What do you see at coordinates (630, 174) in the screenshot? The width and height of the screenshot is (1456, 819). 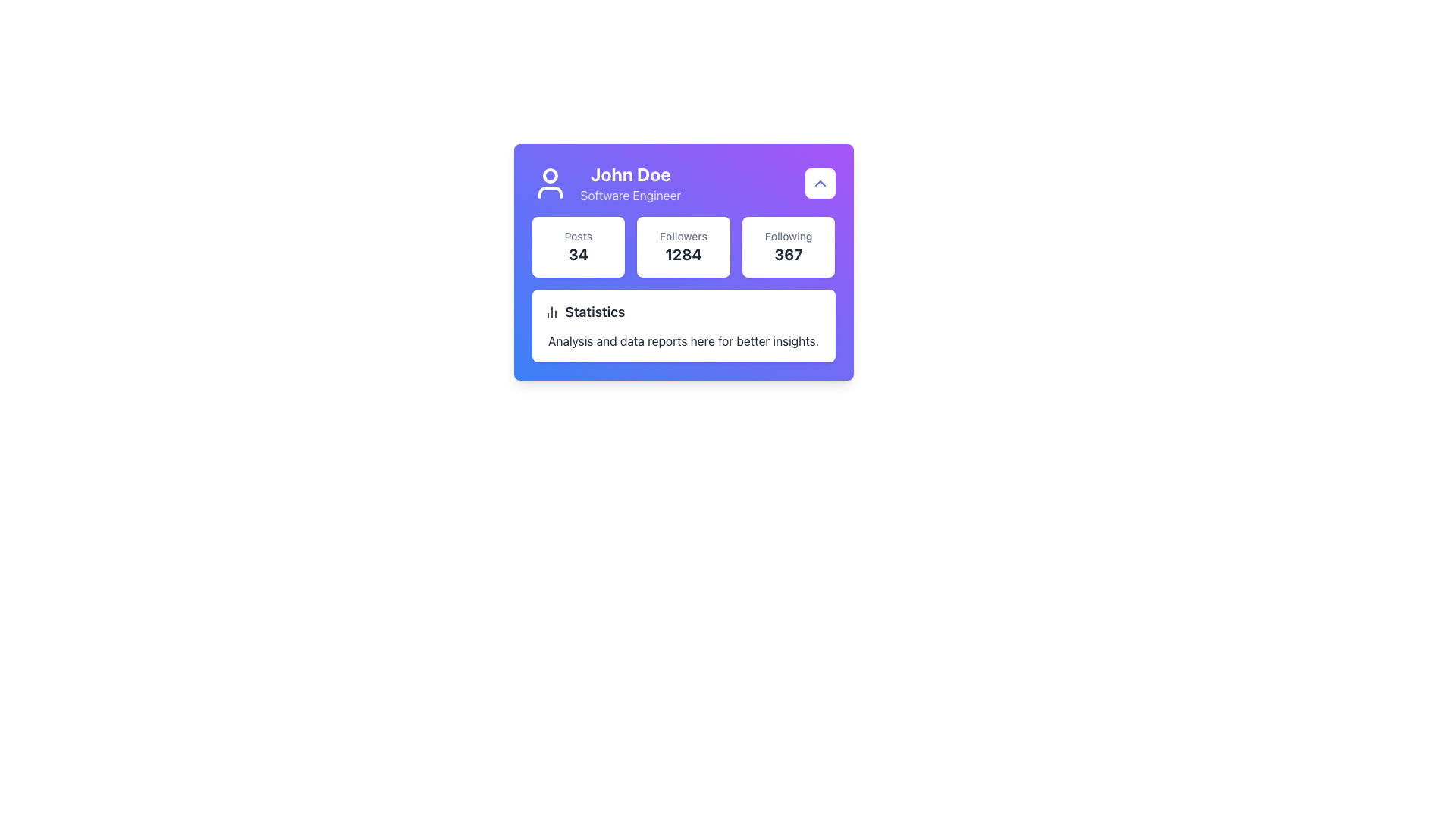 I see `the Text Label displaying the user's name, which is located in the upper section of the card-like panel, centered horizontally above the text 'Software Engineer'` at bounding box center [630, 174].